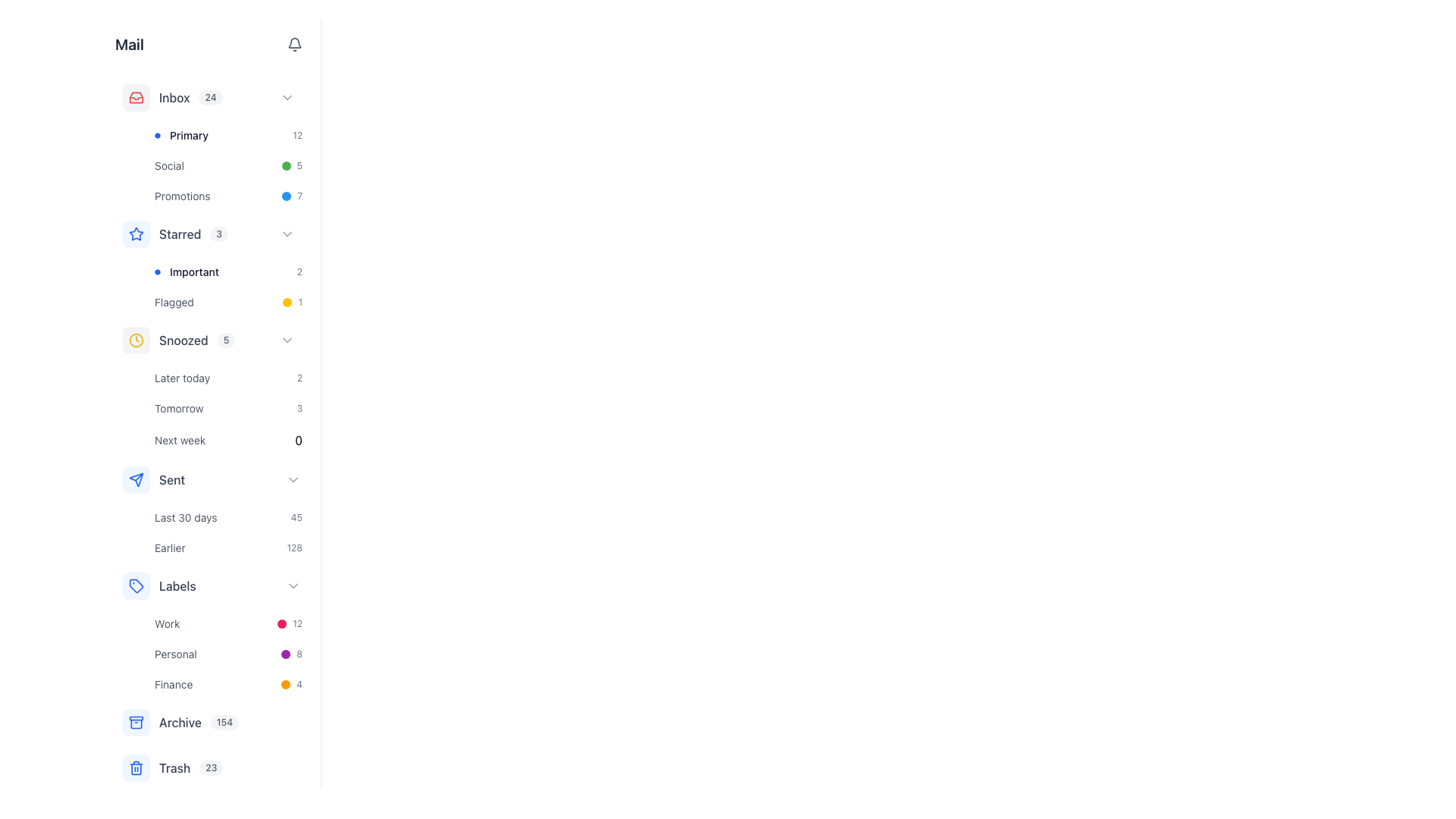 This screenshot has height=819, width=1456. What do you see at coordinates (136, 234) in the screenshot?
I see `the blue star-shaped icon located in the left-hand menu panel under the 'Starred' section to interact with it` at bounding box center [136, 234].